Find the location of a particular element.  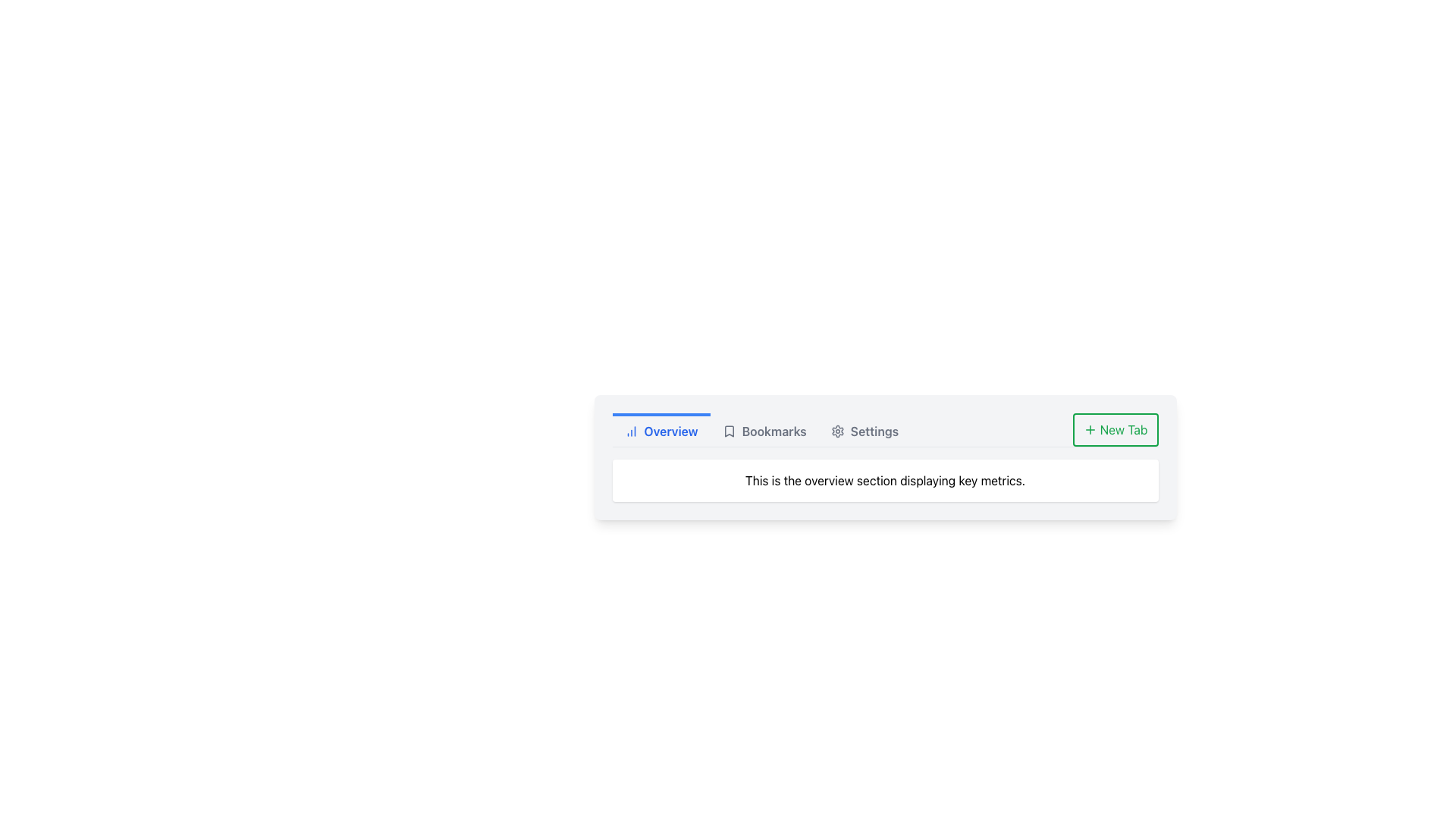

the unfilled bookmark outline icon located beside the 'Bookmarks' text in the navigation tab section is located at coordinates (729, 431).